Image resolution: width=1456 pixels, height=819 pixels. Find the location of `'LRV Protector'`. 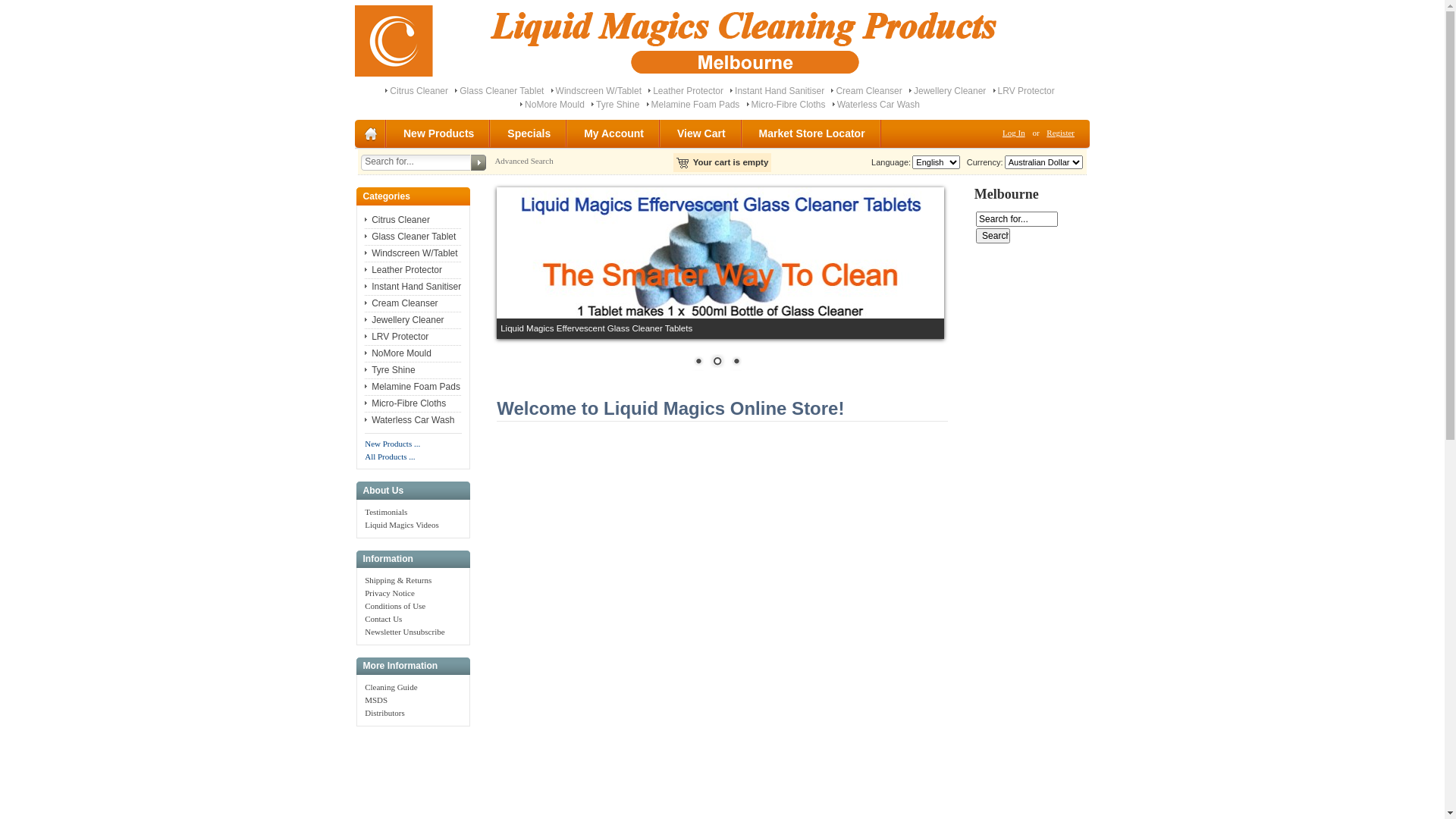

'LRV Protector' is located at coordinates (397, 335).